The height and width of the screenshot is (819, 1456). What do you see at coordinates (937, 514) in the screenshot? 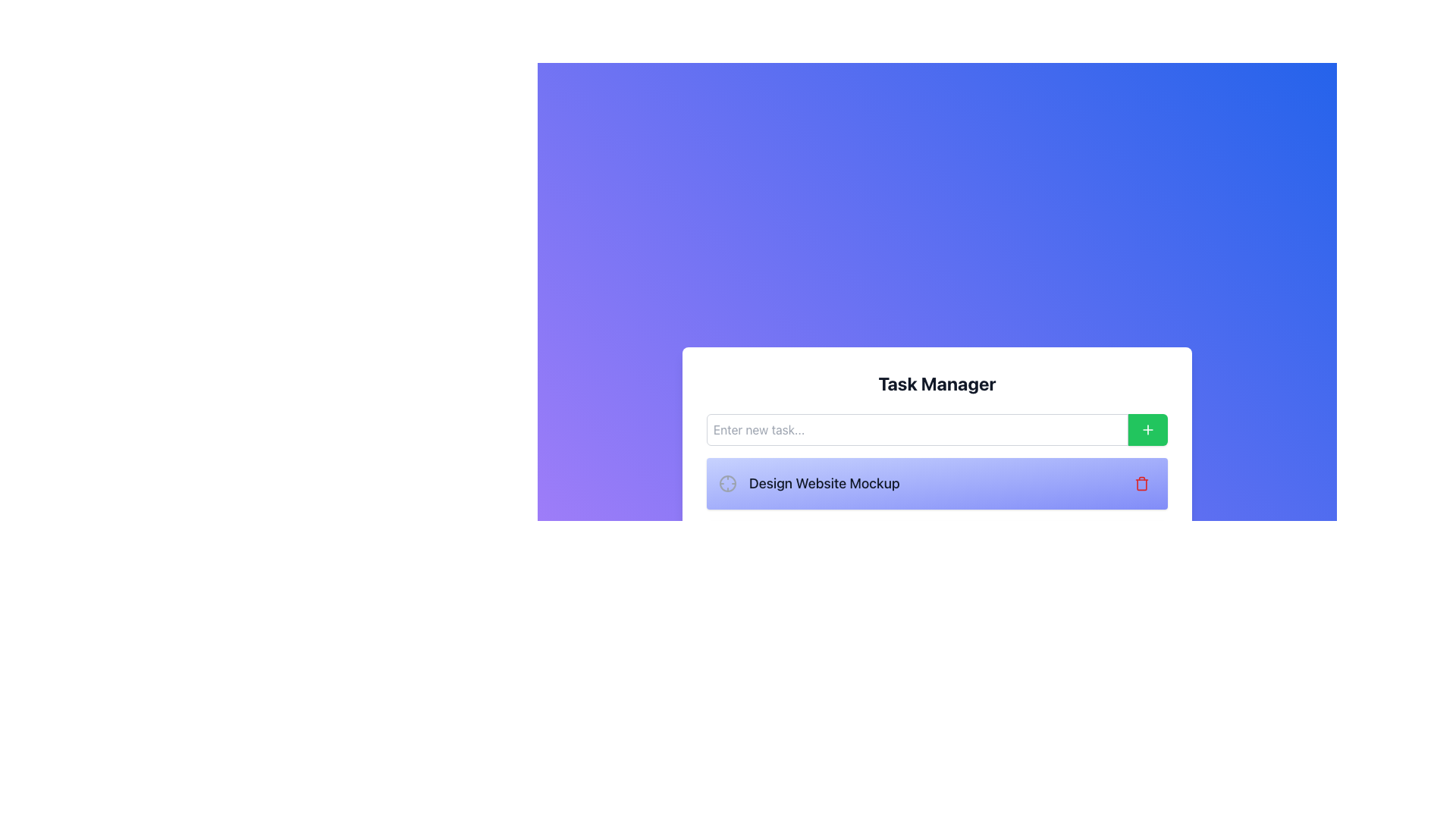
I see `the first task item in the Task Manager` at bounding box center [937, 514].